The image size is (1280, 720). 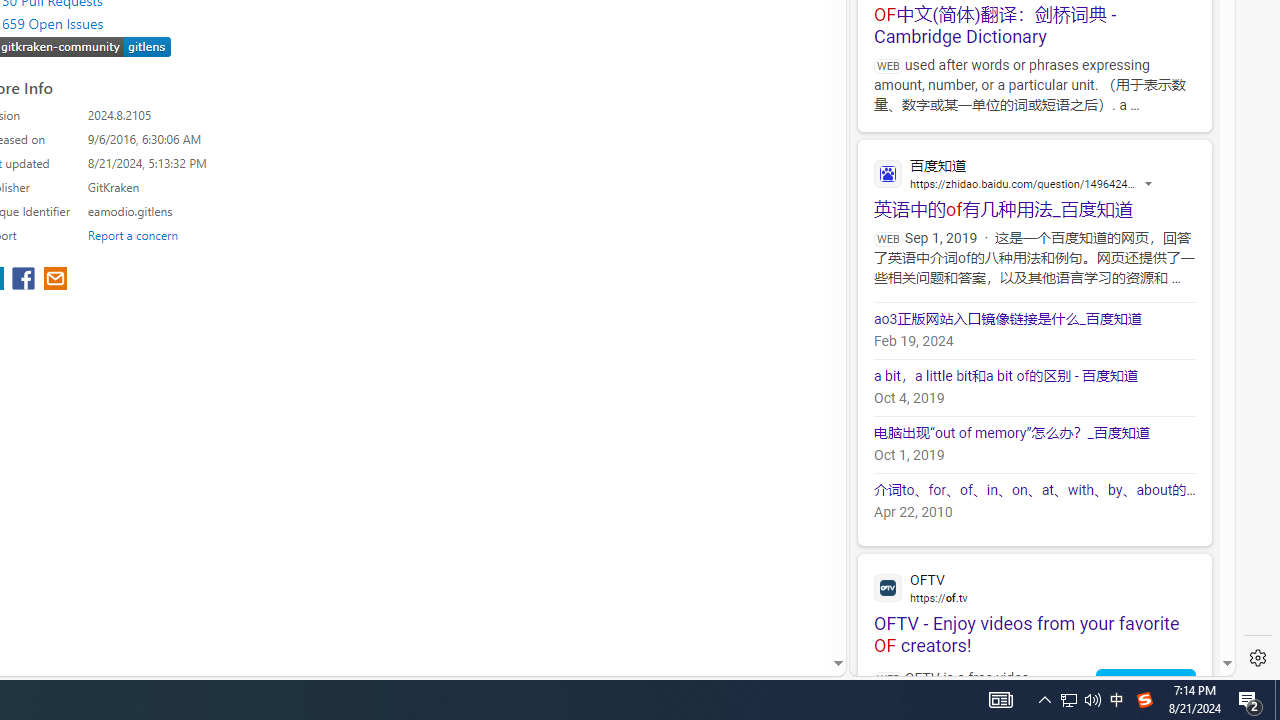 I want to click on 'Actions for this site', so click(x=1150, y=184).